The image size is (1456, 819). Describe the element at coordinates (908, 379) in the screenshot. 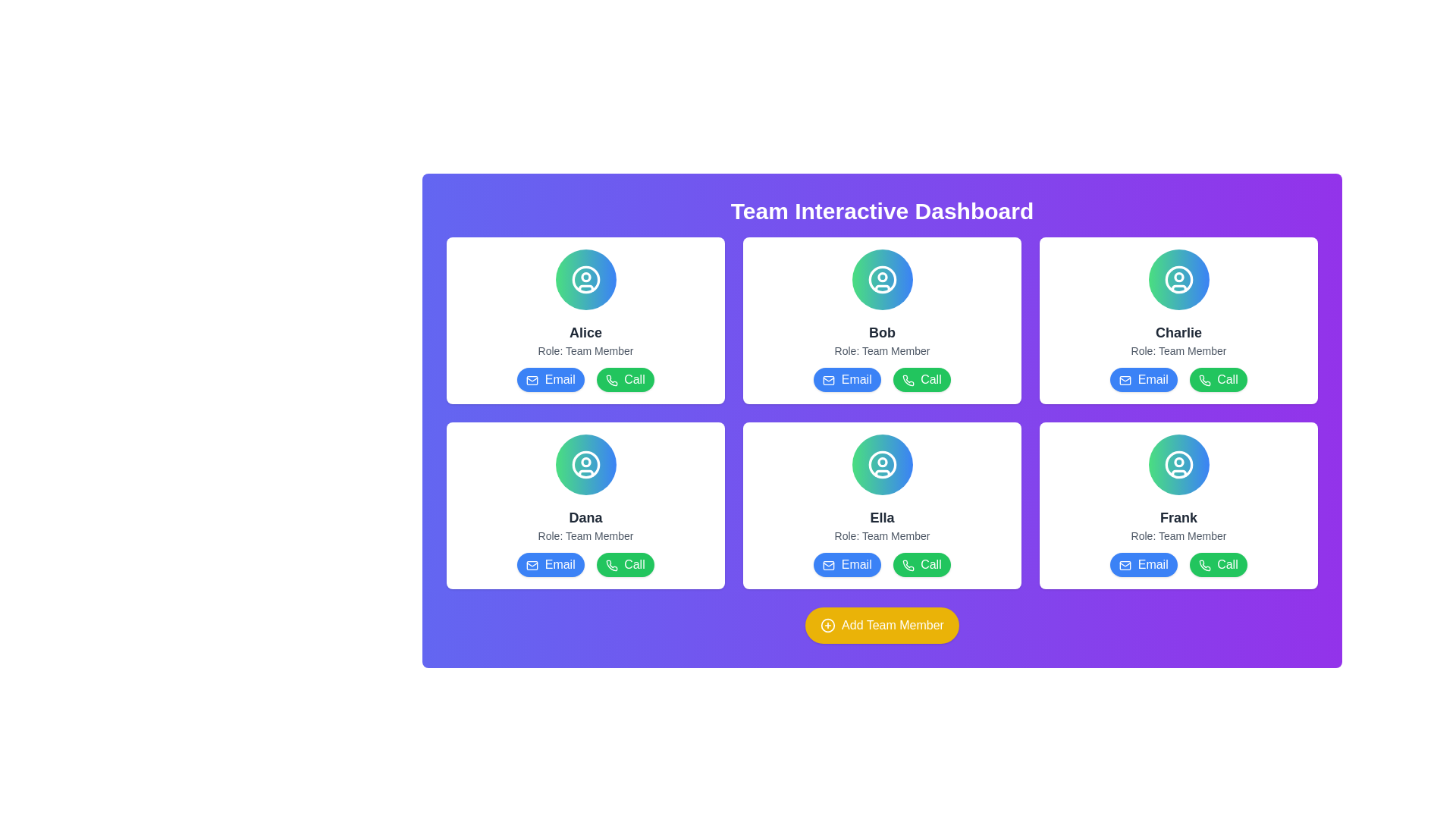

I see `the phone icon located on the left side of the 'Call' button in the 'Bob' information card, which is positioned in the first row of the grid layout on the dashboard` at that location.